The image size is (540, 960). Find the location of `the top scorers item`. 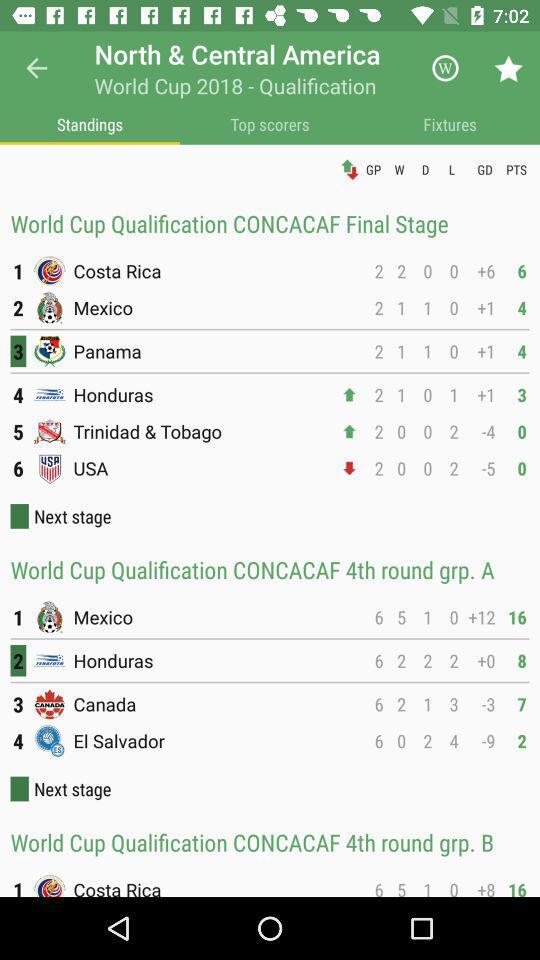

the top scorers item is located at coordinates (270, 123).